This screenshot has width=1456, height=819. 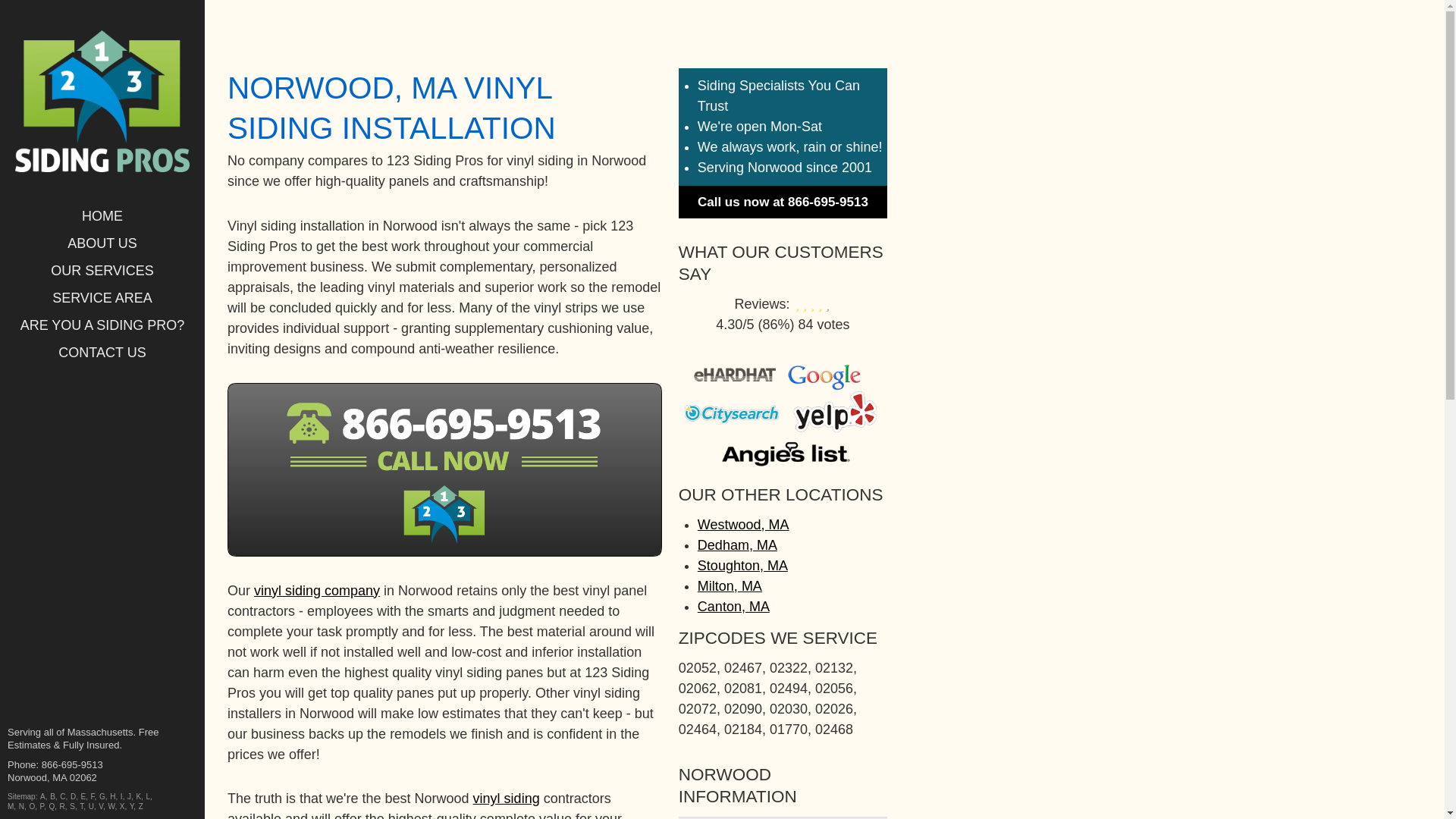 I want to click on 'P', so click(x=42, y=805).